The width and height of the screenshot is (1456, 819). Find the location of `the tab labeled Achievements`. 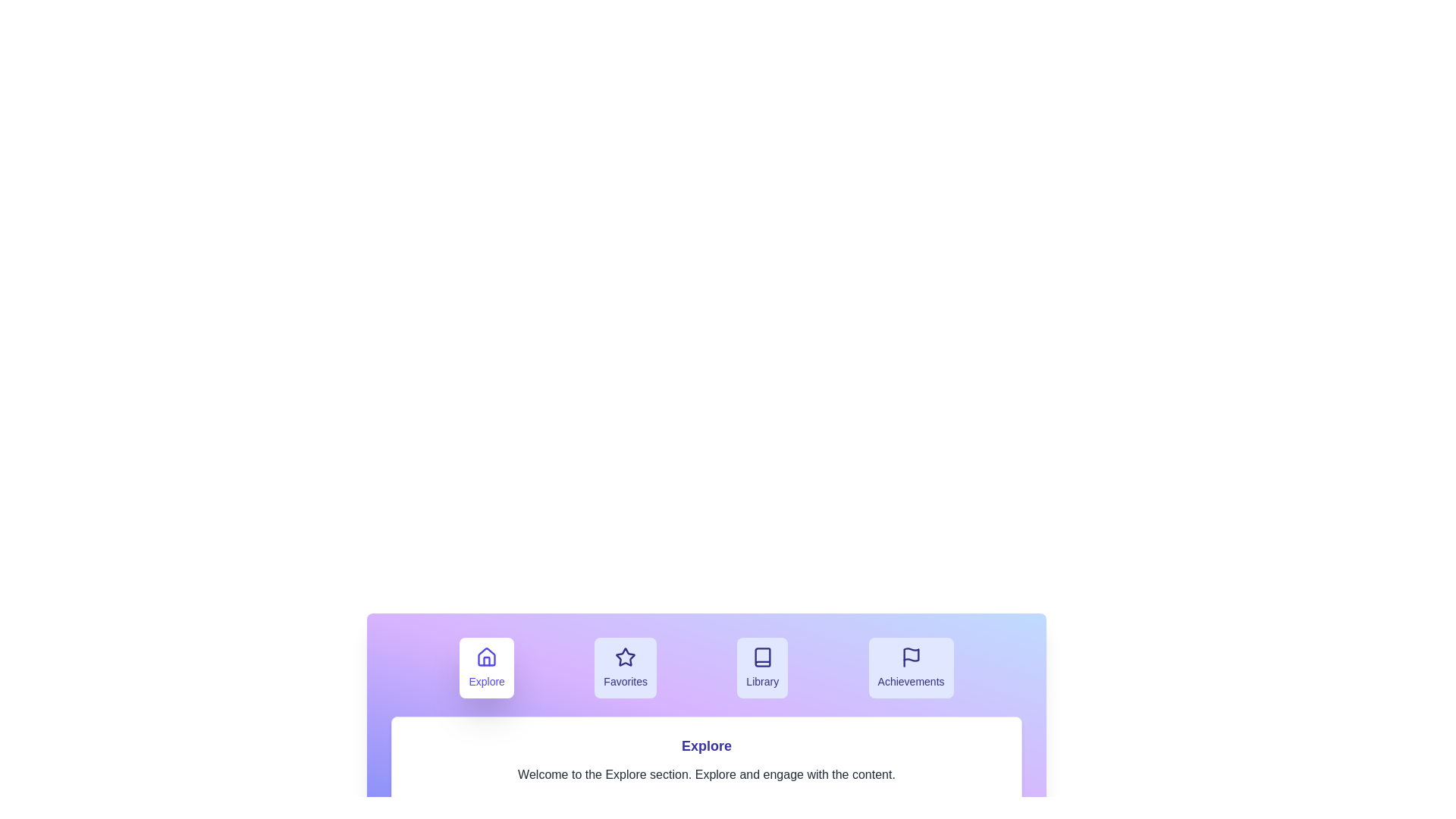

the tab labeled Achievements is located at coordinates (910, 667).